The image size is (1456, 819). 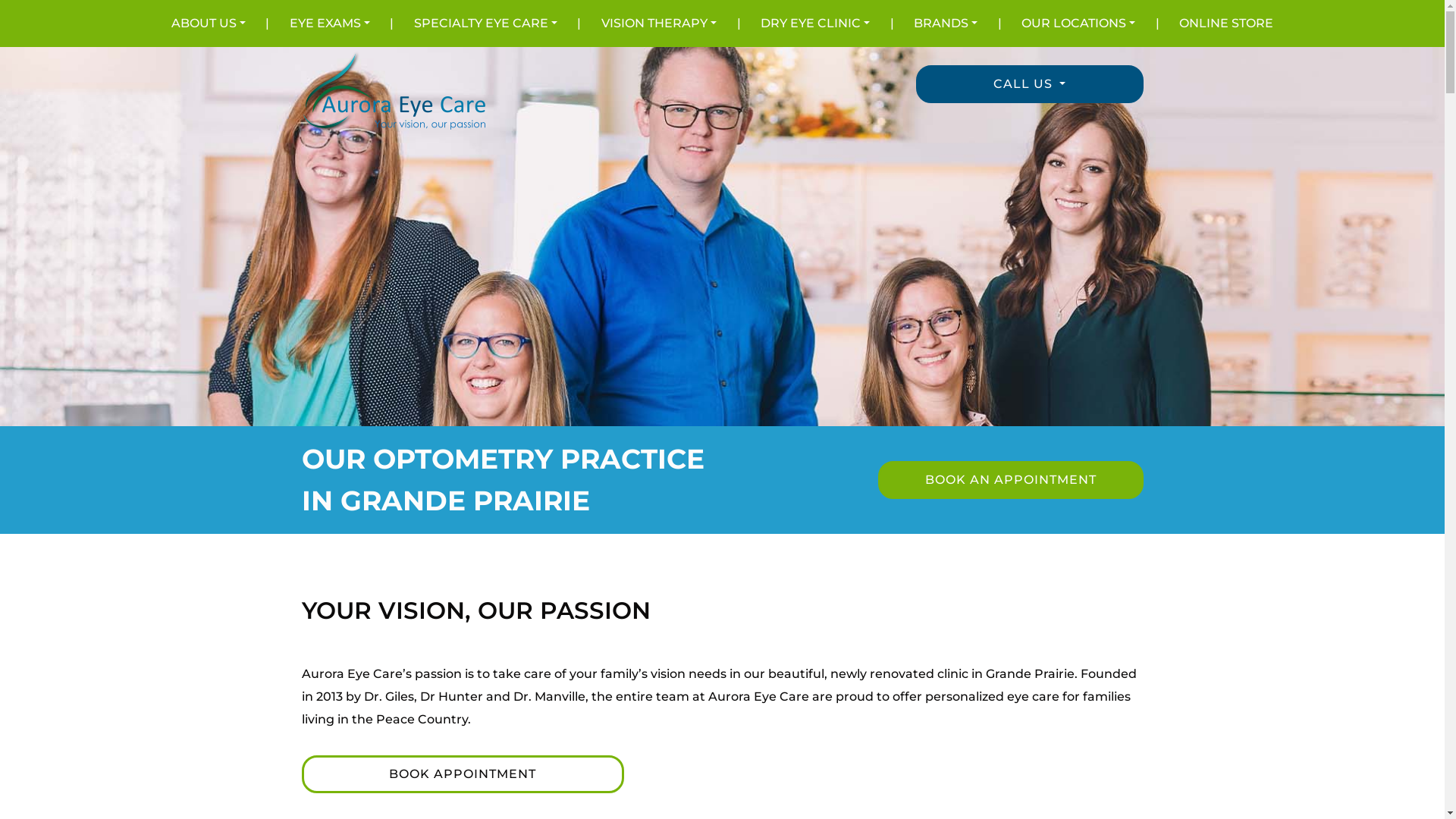 I want to click on 'BRANDS', so click(x=945, y=23).